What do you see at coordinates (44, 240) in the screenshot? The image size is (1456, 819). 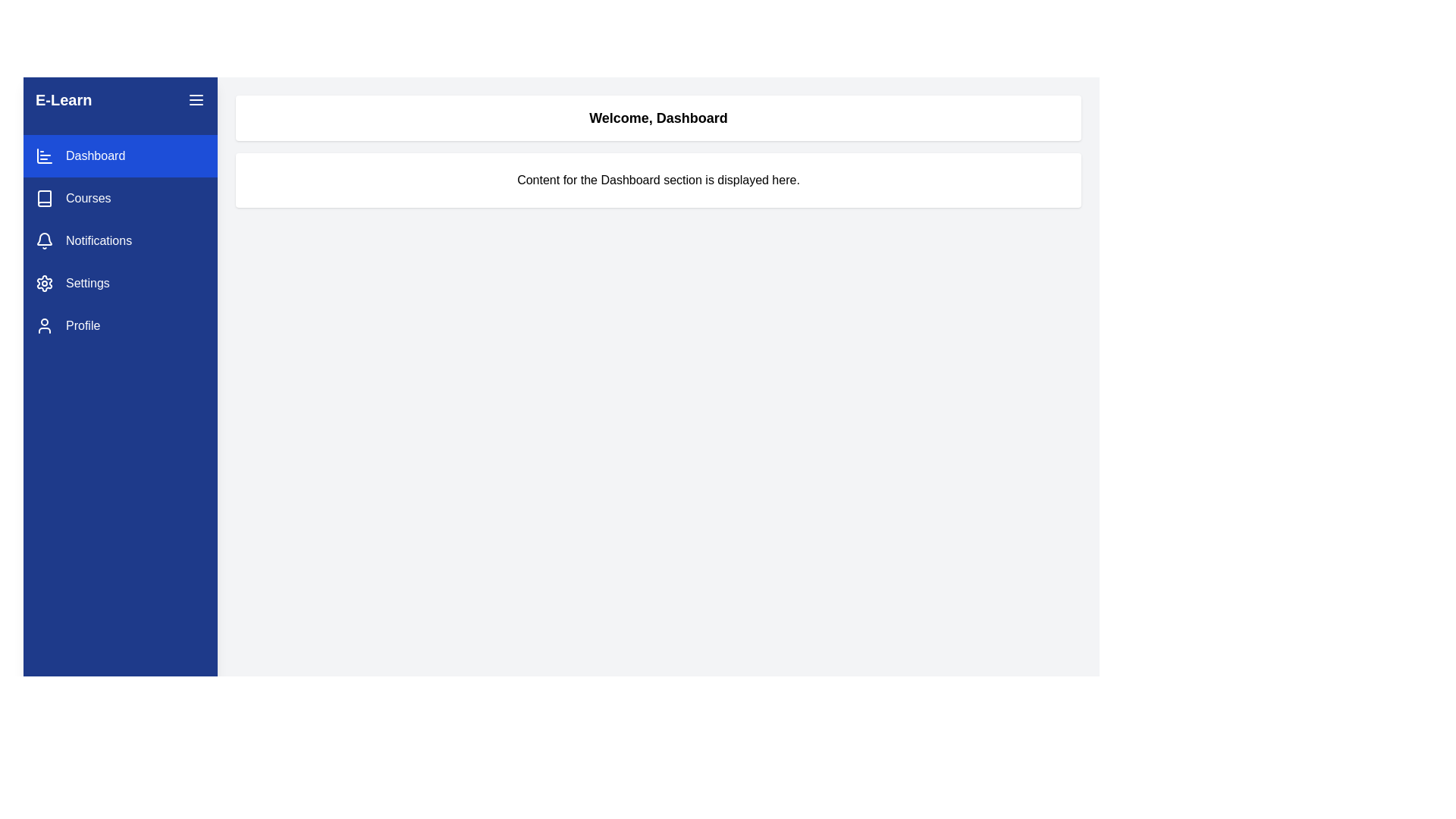 I see `the bell icon representing the notification functionality in the vertical navigation menu` at bounding box center [44, 240].